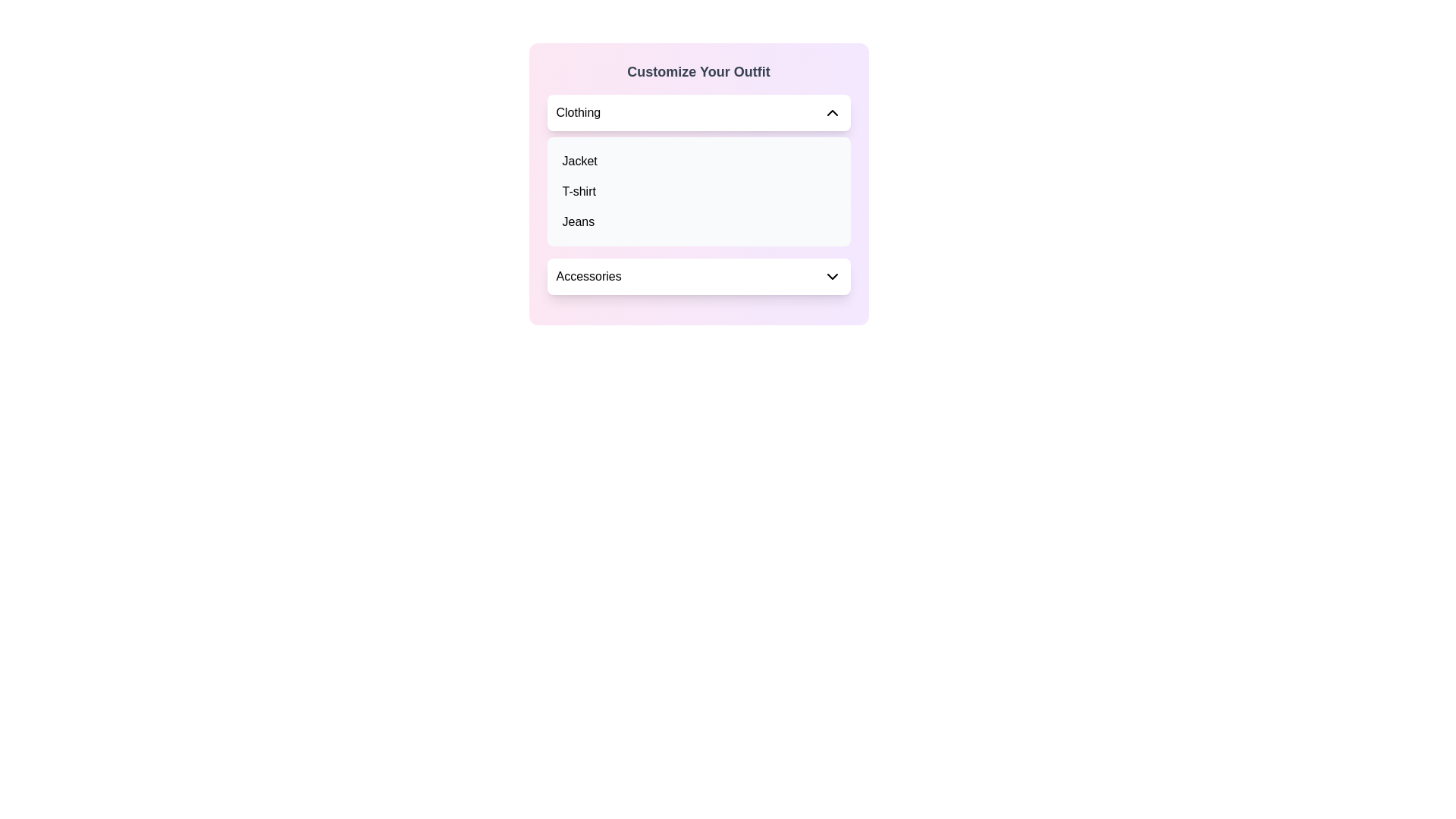 This screenshot has height=819, width=1456. What do you see at coordinates (577, 112) in the screenshot?
I see `text label displaying 'Clothing' in a black font within a white background, located in the dropdown selection interface` at bounding box center [577, 112].